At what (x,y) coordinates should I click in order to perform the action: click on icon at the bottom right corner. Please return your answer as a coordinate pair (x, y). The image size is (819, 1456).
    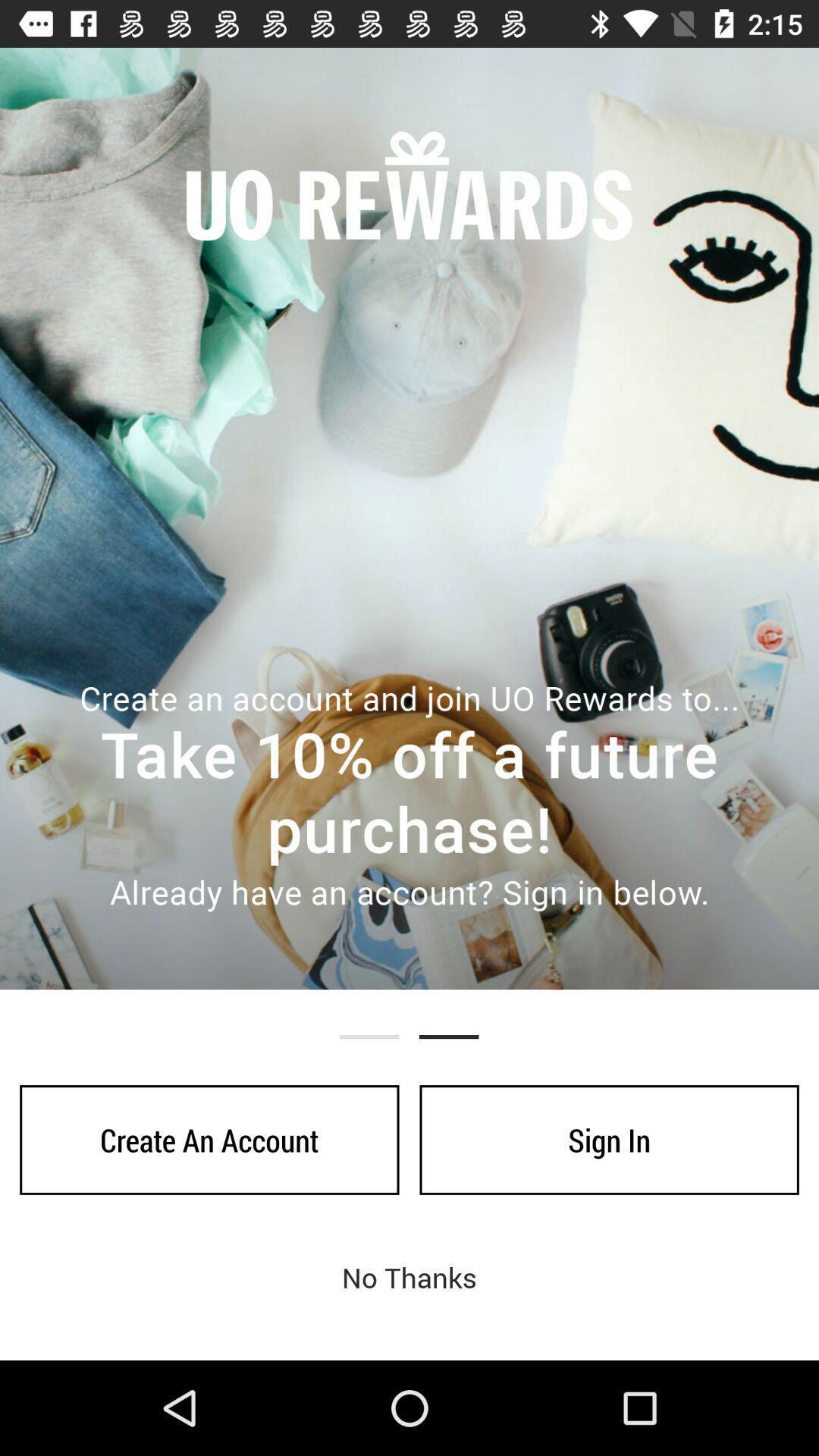
    Looking at the image, I should click on (608, 1140).